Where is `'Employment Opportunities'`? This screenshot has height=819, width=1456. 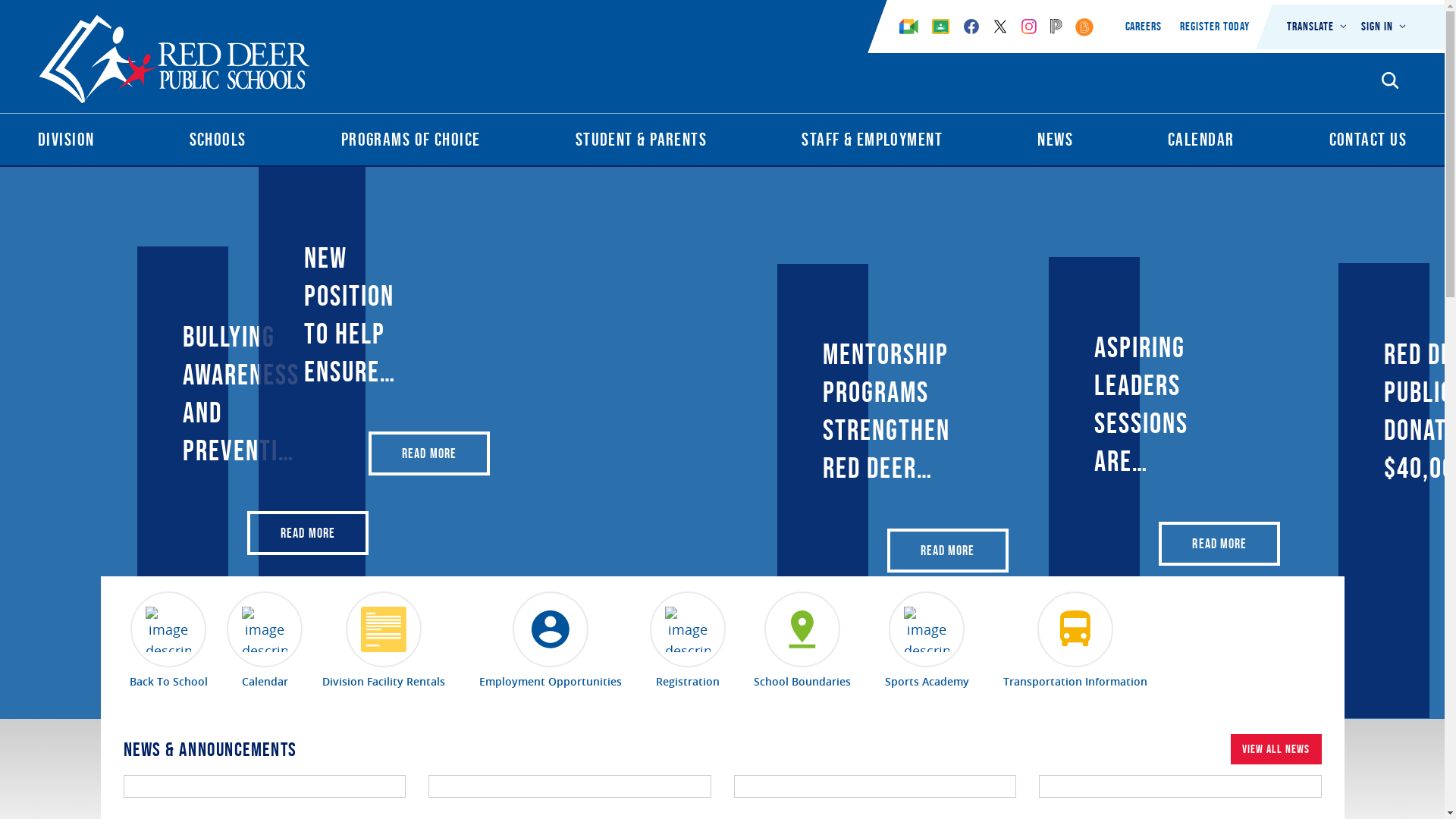
'Employment Opportunities' is located at coordinates (549, 640).